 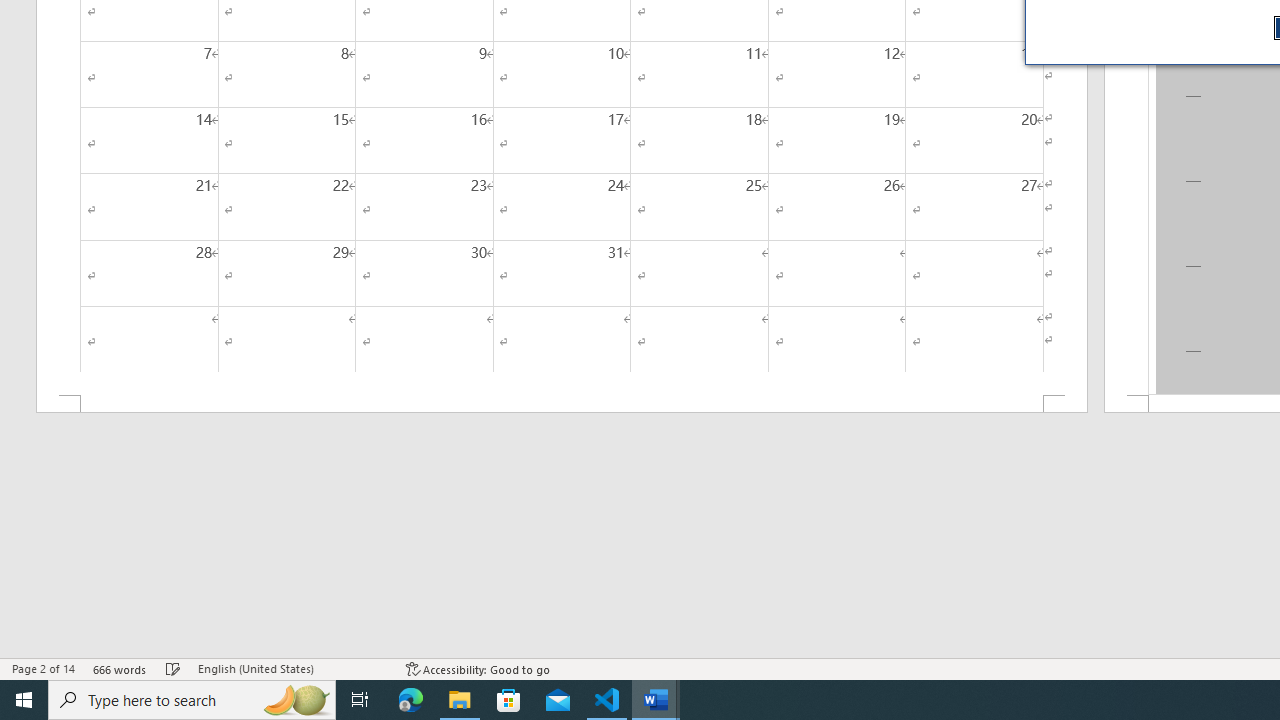 I want to click on 'Accessibility Checker Accessibility: Good to go', so click(x=477, y=669).